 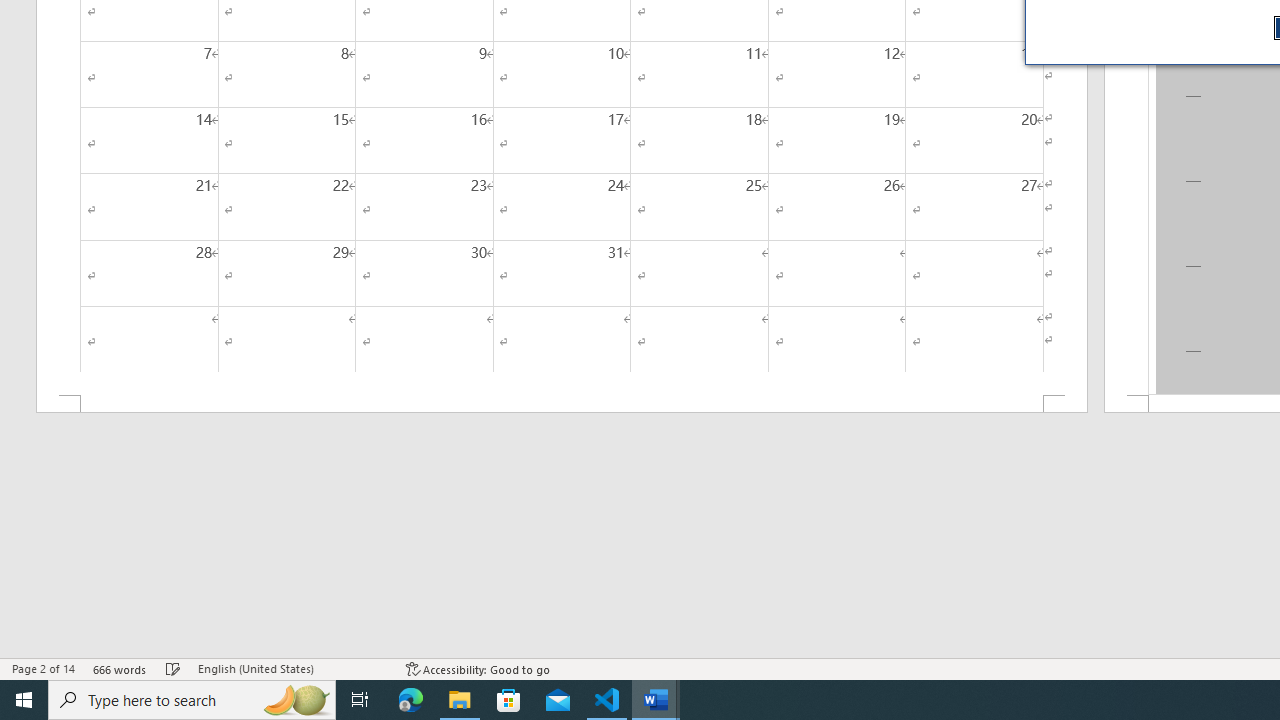 I want to click on 'Accessibility Checker Accessibility: Good to go', so click(x=477, y=669).